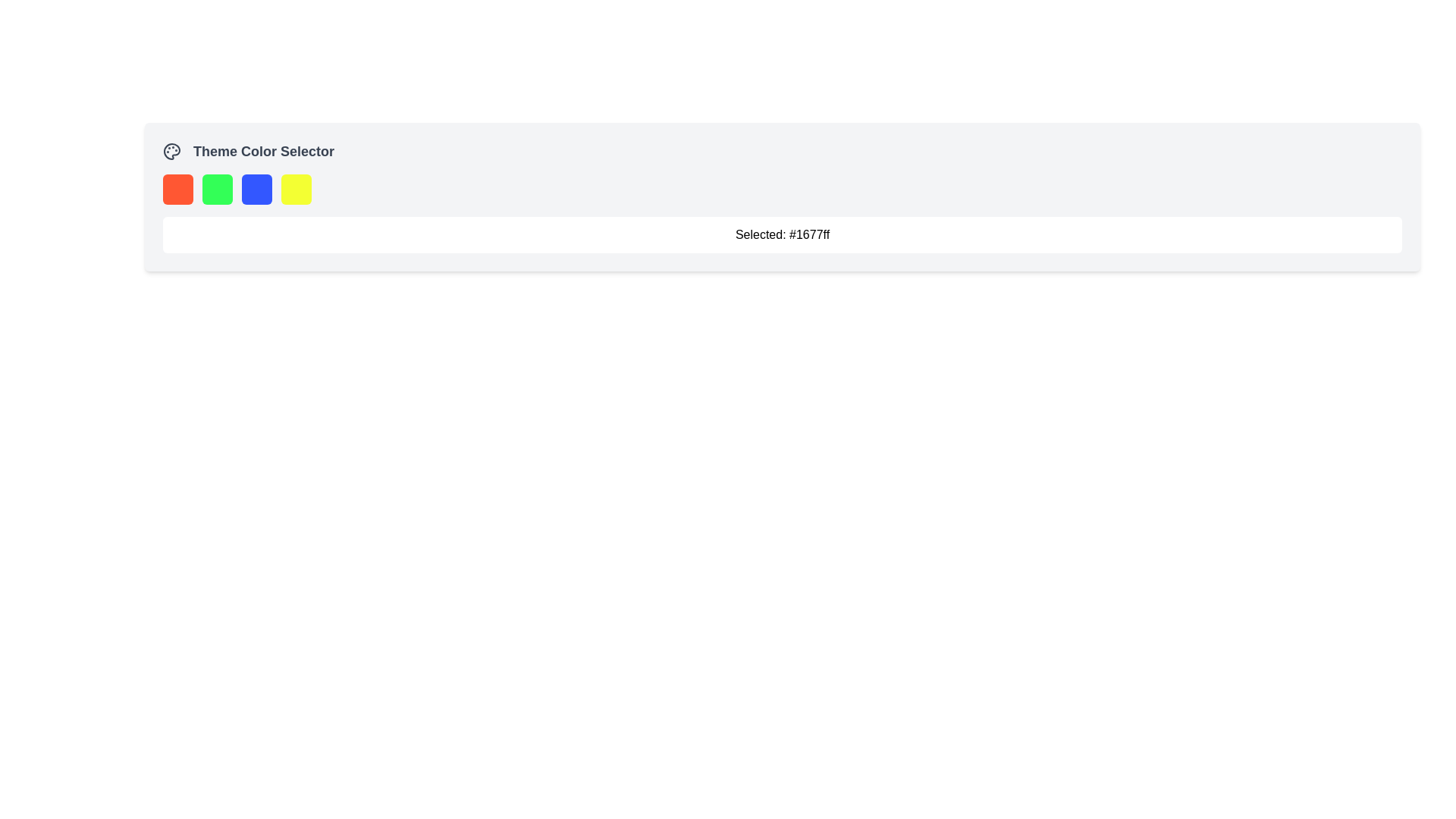 The height and width of the screenshot is (819, 1456). What do you see at coordinates (178, 189) in the screenshot?
I see `the vibrant orange-red color selection button located in the Theme Color Selector section` at bounding box center [178, 189].